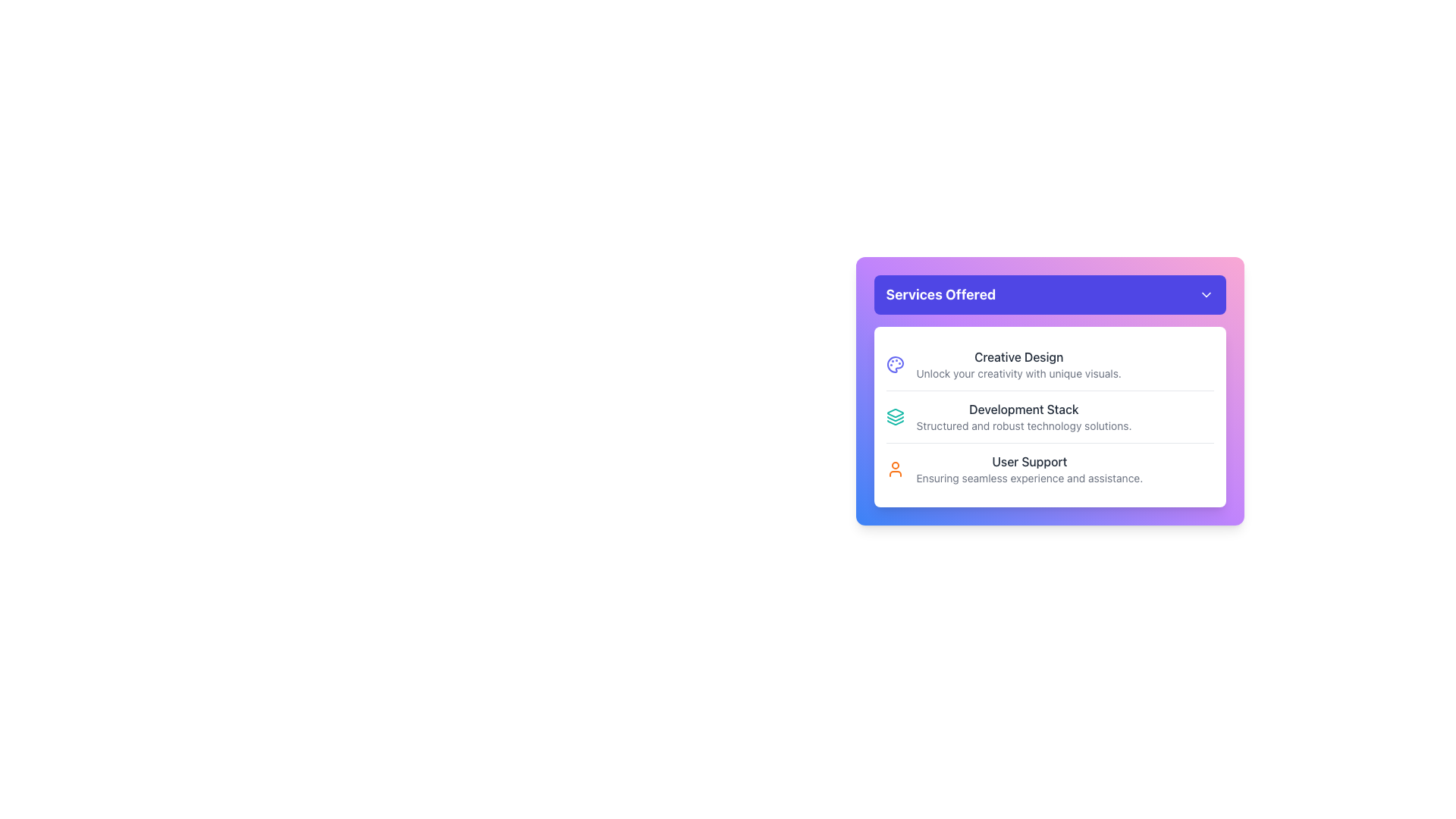 This screenshot has width=1456, height=819. What do you see at coordinates (1018, 356) in the screenshot?
I see `text label that serves as a category title within the first subsection of the 'Services Offered' card, aligned with the subtitle 'Unlock your creativity with unique visuals.'` at bounding box center [1018, 356].